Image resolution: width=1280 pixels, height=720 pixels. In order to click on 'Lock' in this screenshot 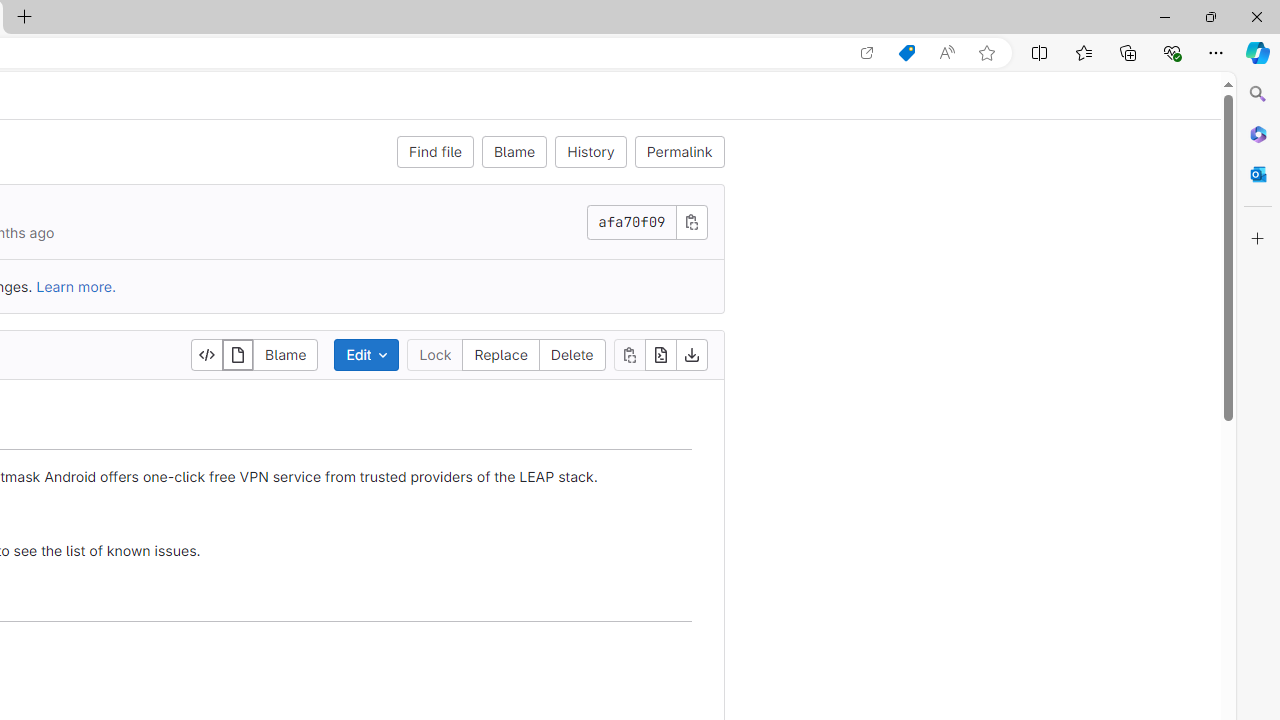, I will do `click(434, 353)`.